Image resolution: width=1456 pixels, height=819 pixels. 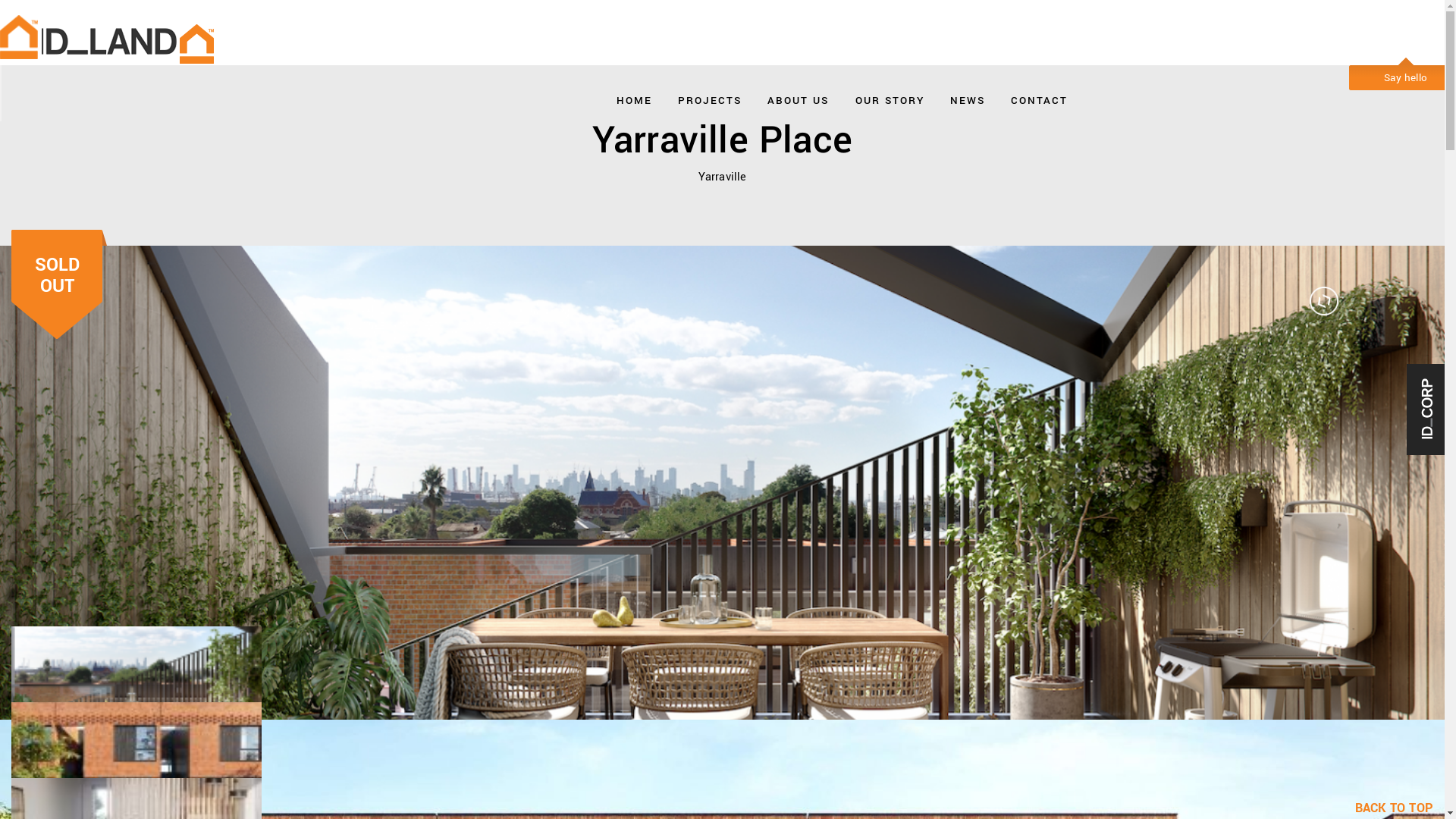 I want to click on 'BACK TO TOP', so click(x=1354, y=807).